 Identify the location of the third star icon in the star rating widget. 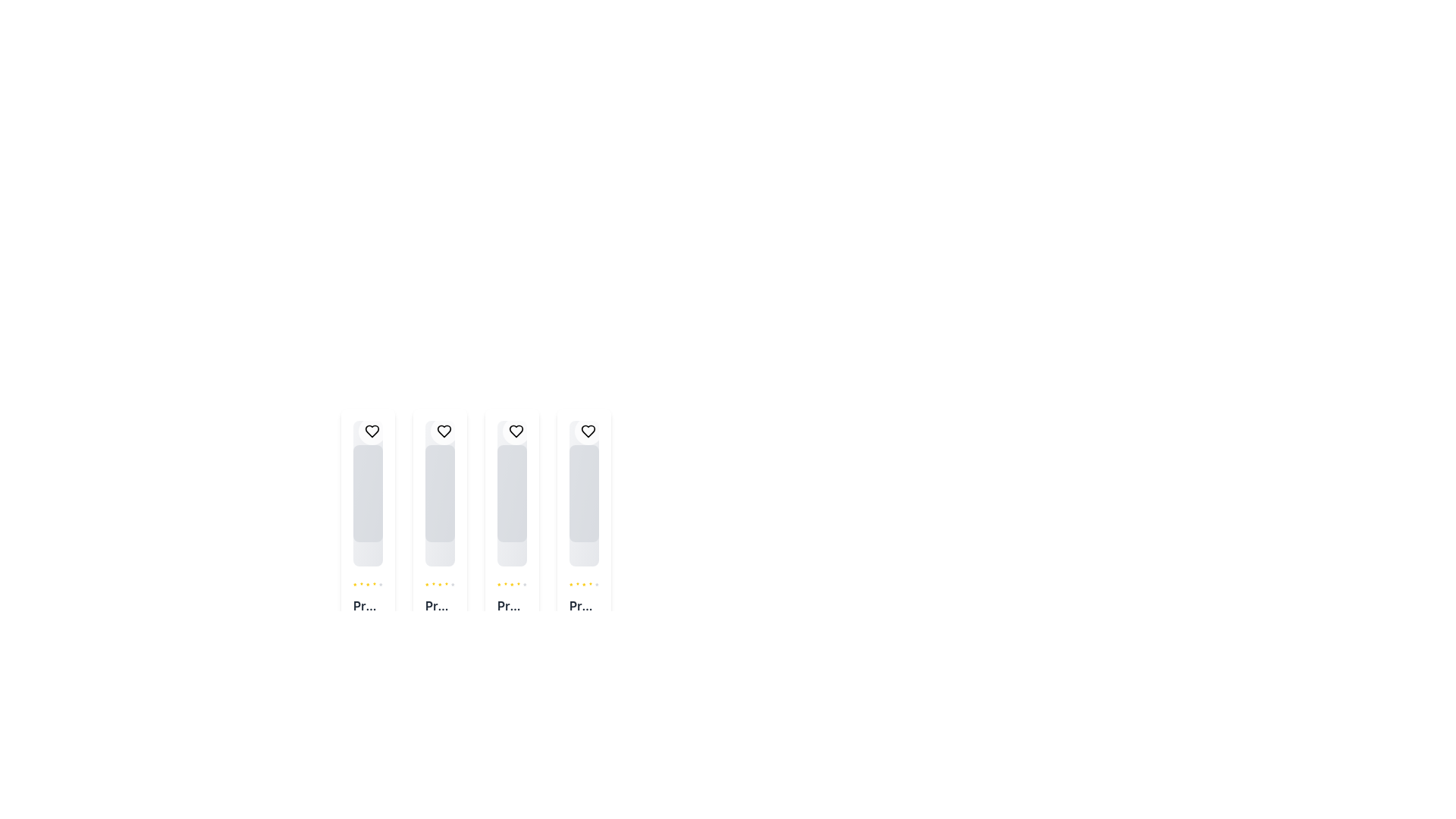
(505, 584).